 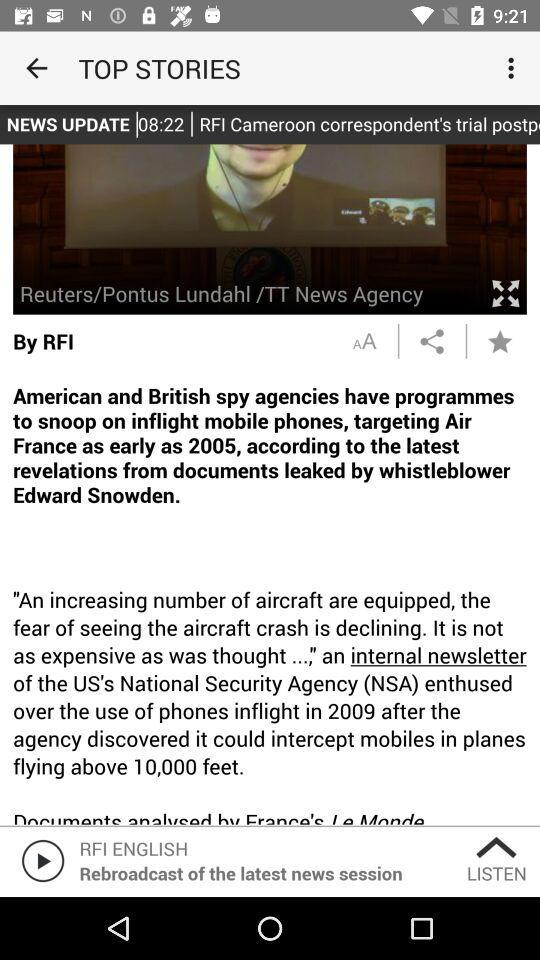 I want to click on the star icon, so click(x=499, y=341).